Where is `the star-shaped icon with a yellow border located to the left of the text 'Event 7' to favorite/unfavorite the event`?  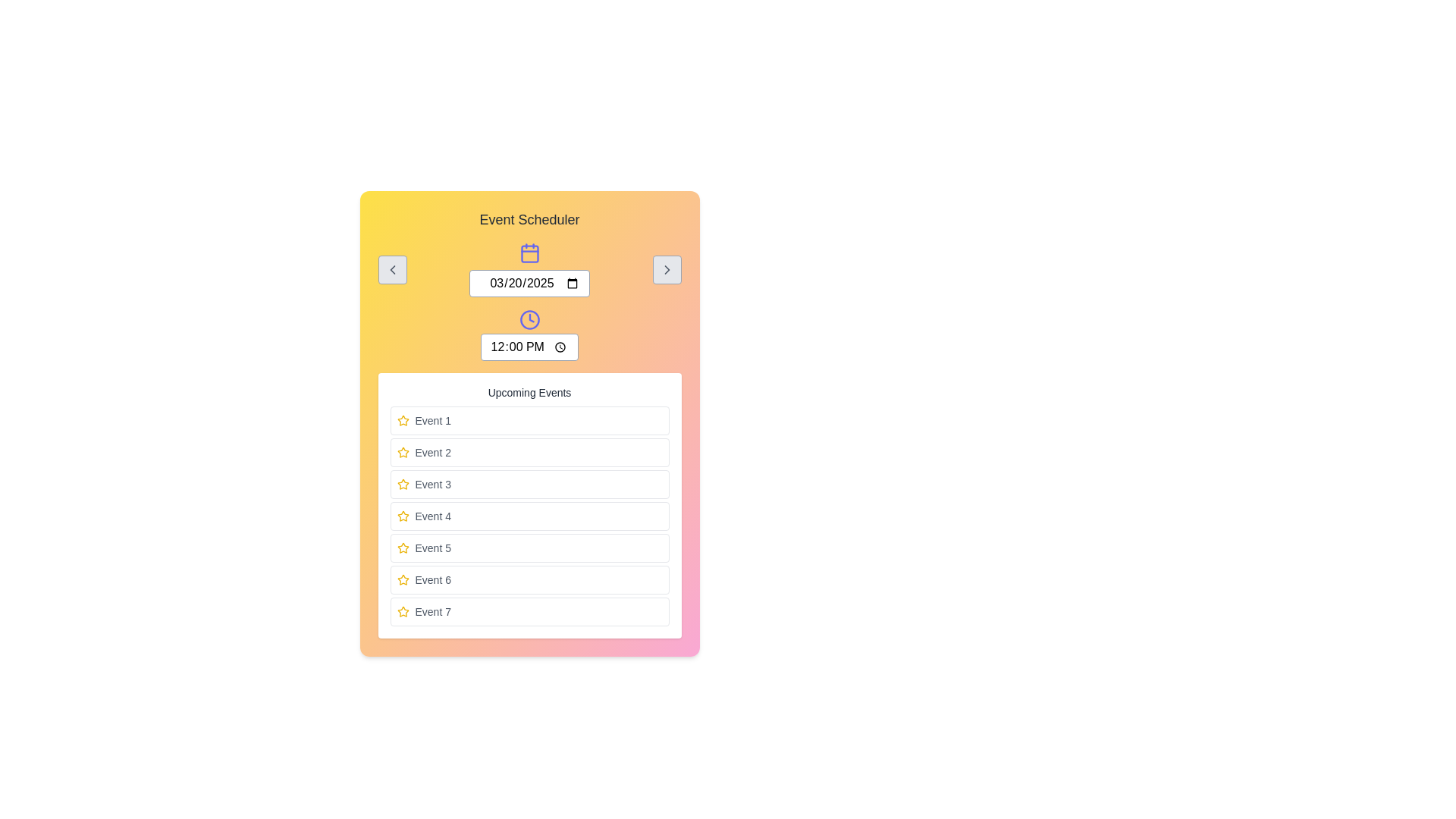 the star-shaped icon with a yellow border located to the left of the text 'Event 7' to favorite/unfavorite the event is located at coordinates (403, 610).